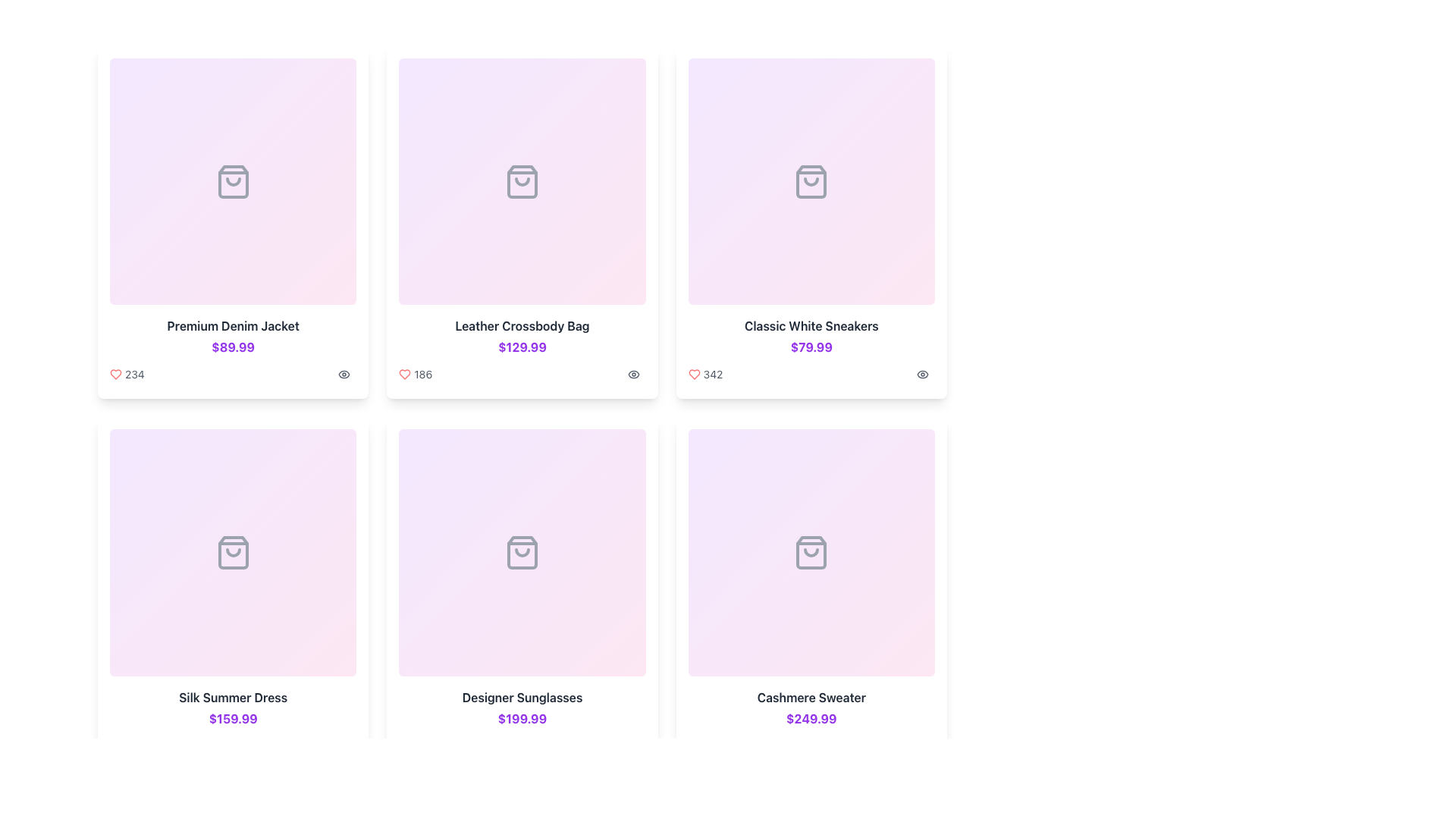  I want to click on the Placeholder image or icon with light gradient styling representing 'Classic White Sneakers', located at the top center of the card labeled 'Classic White Sneakers', so click(811, 180).